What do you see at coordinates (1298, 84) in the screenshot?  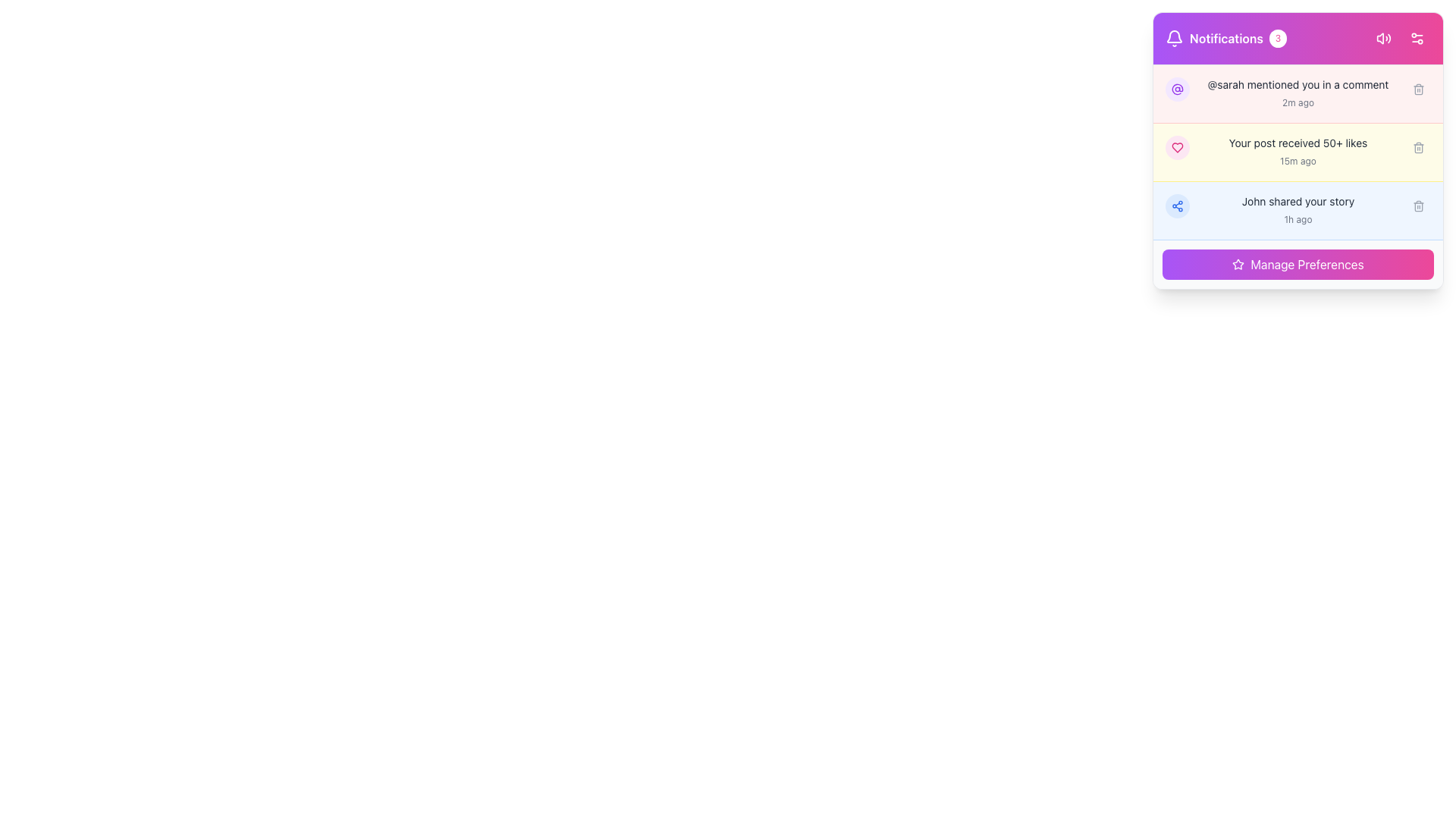 I see `the text label reading '@sarah mentioned you in a comment', which is located in the first notification entry under the 'Notifications' section` at bounding box center [1298, 84].